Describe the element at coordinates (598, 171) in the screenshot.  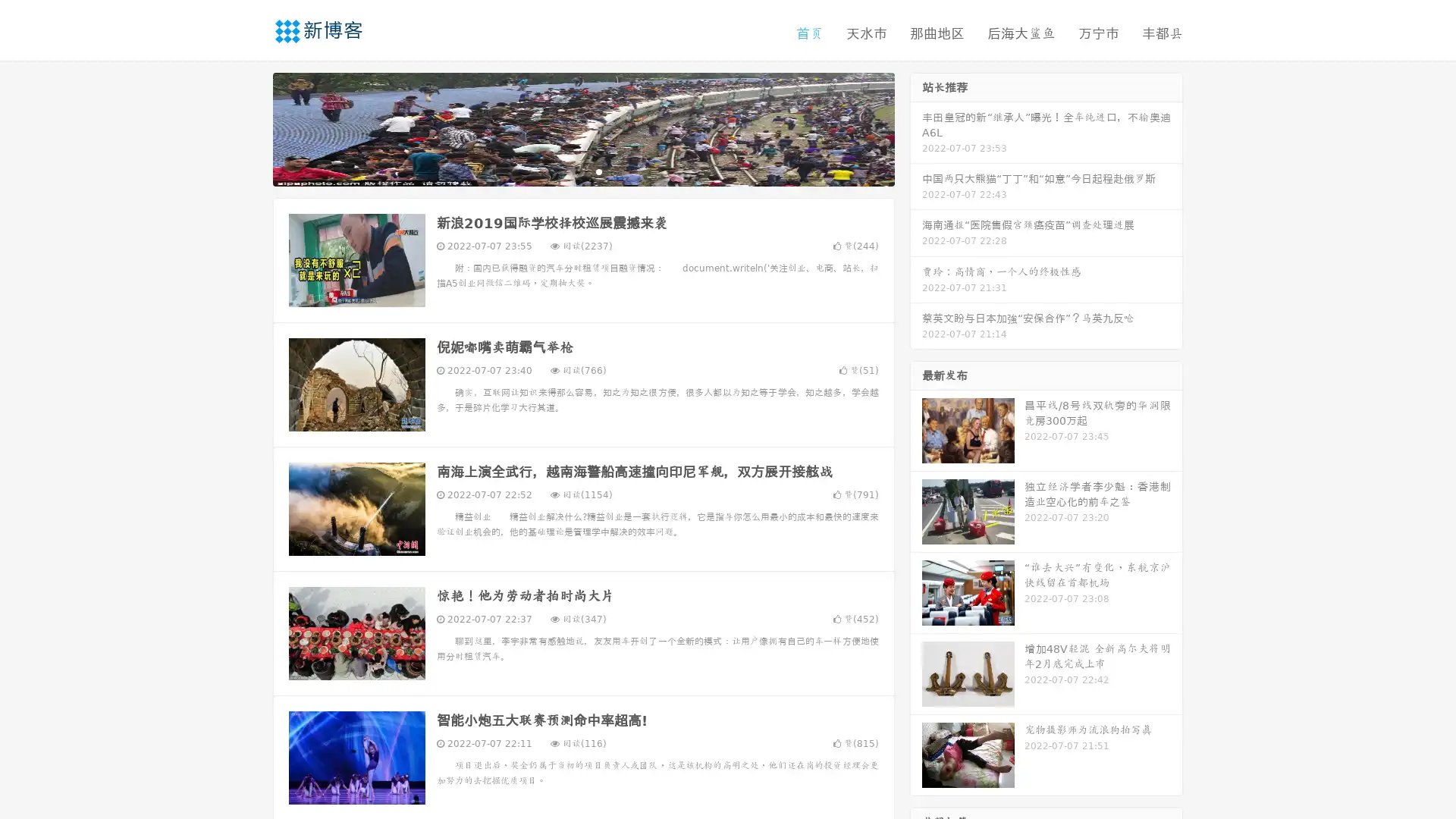
I see `Go to slide 3` at that location.